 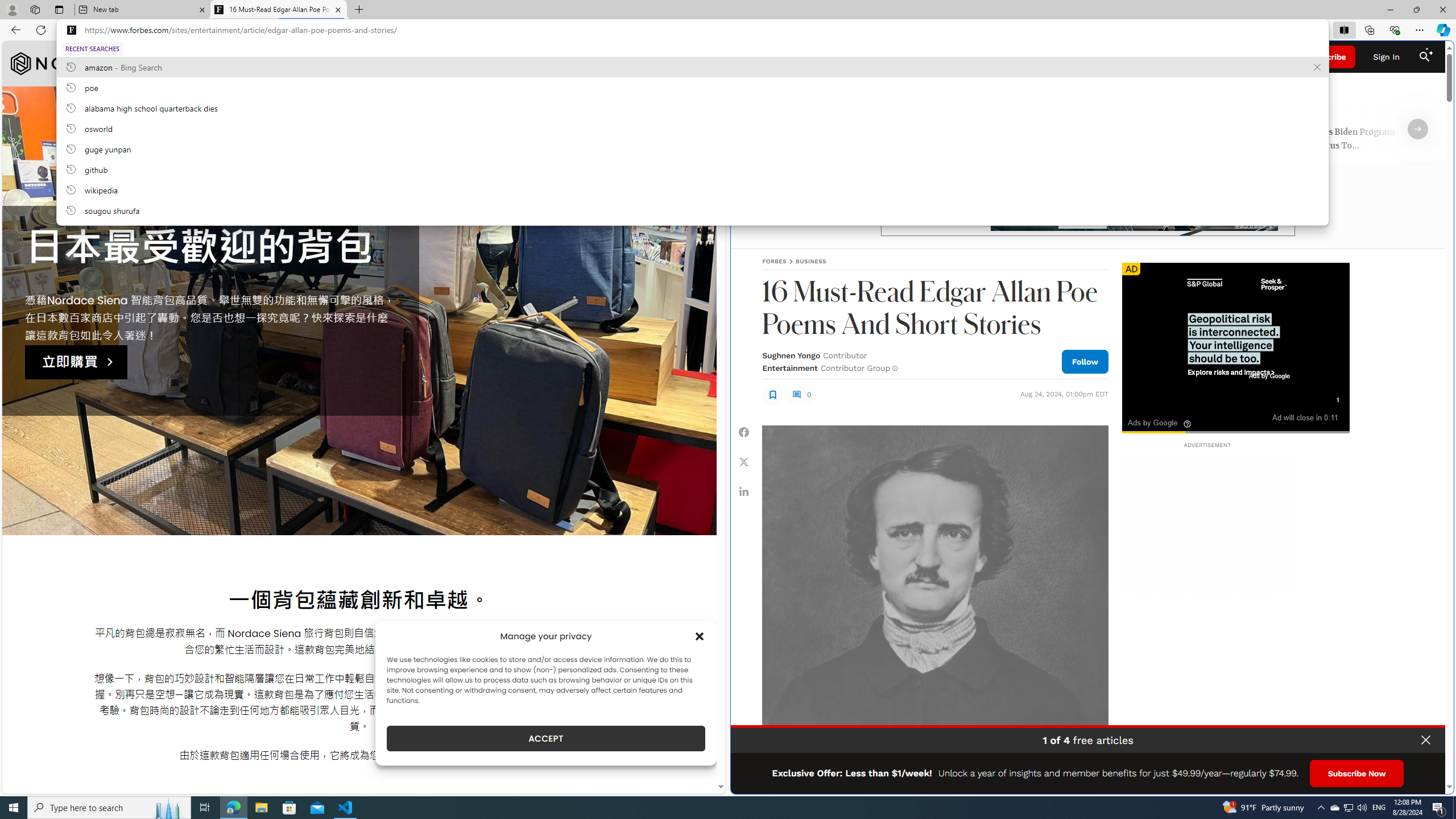 I want to click on 'amazon, recent searches from history', so click(x=692, y=66).